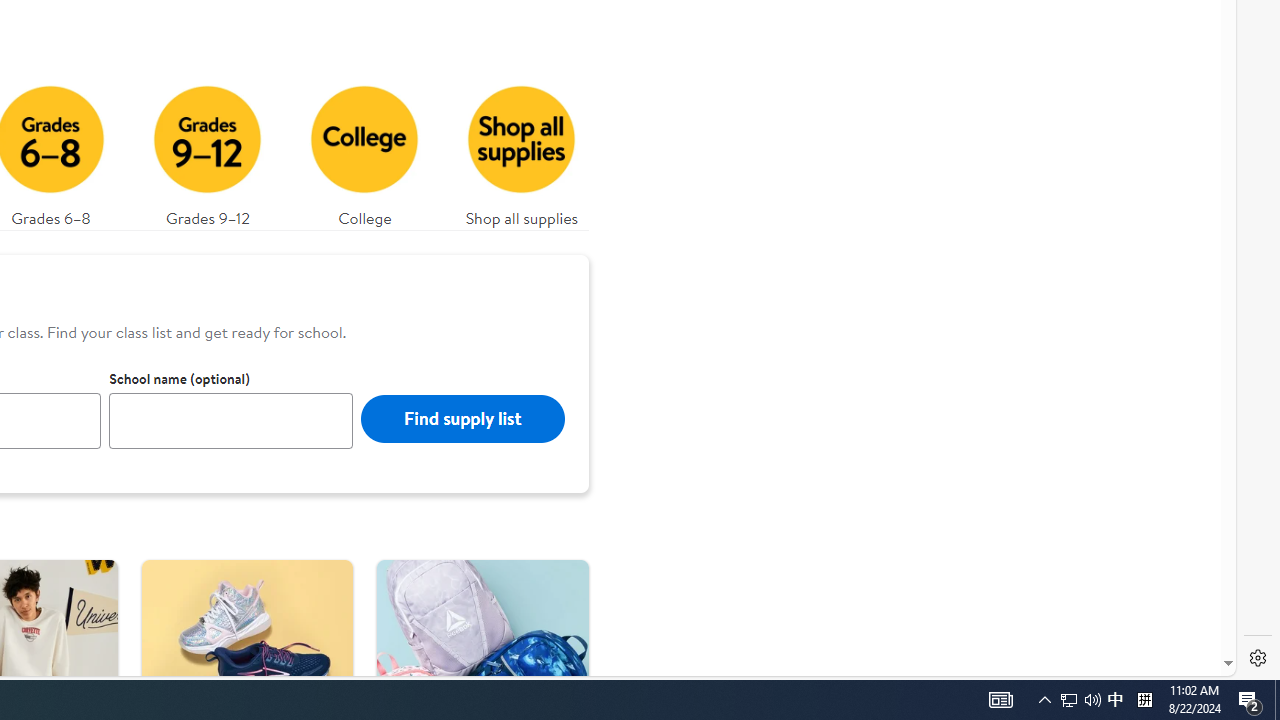  Describe the element at coordinates (231, 419) in the screenshot. I see `'School name (optional)'` at that location.